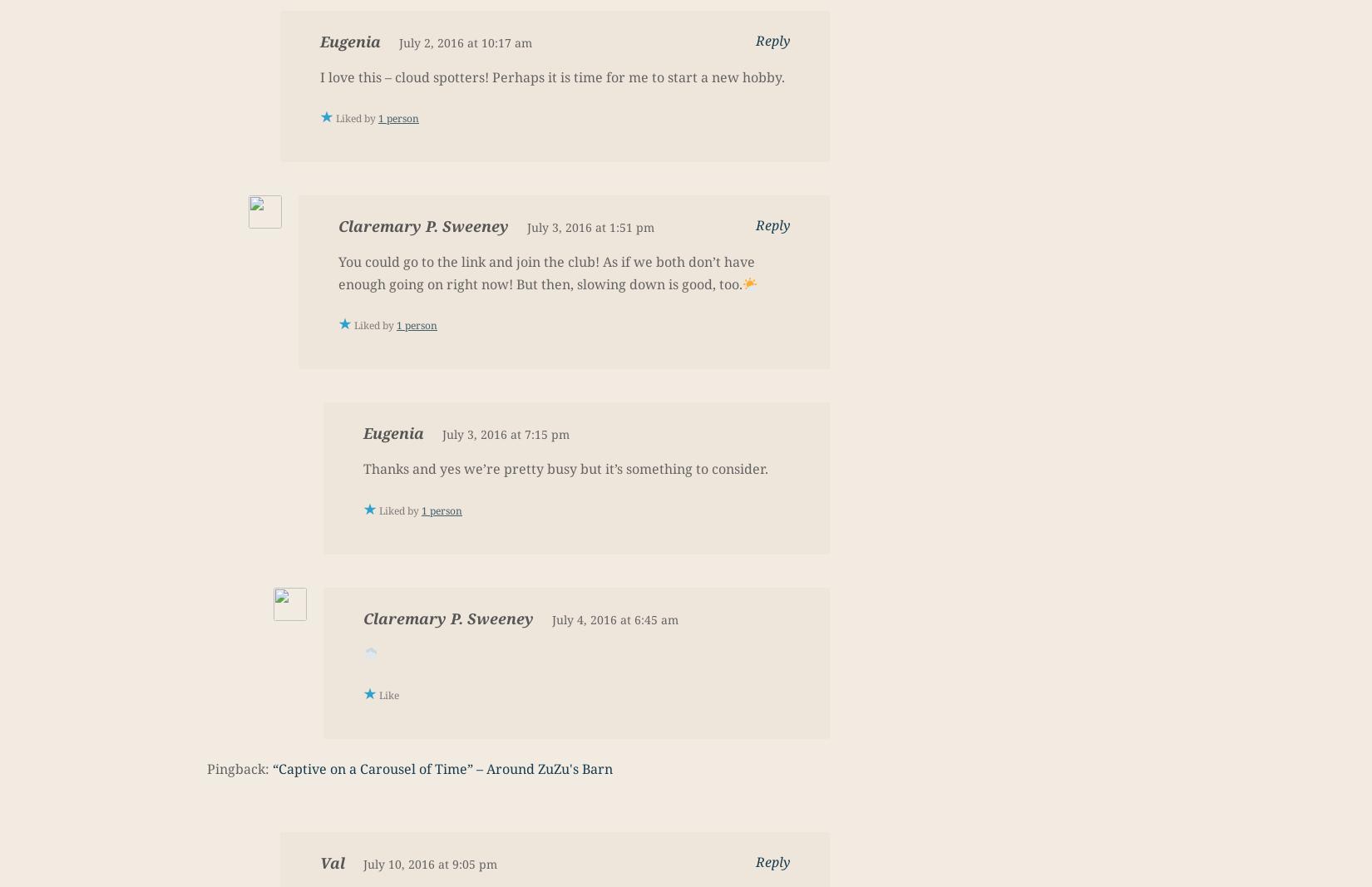 The image size is (1372, 887). I want to click on 'Like', so click(378, 693).